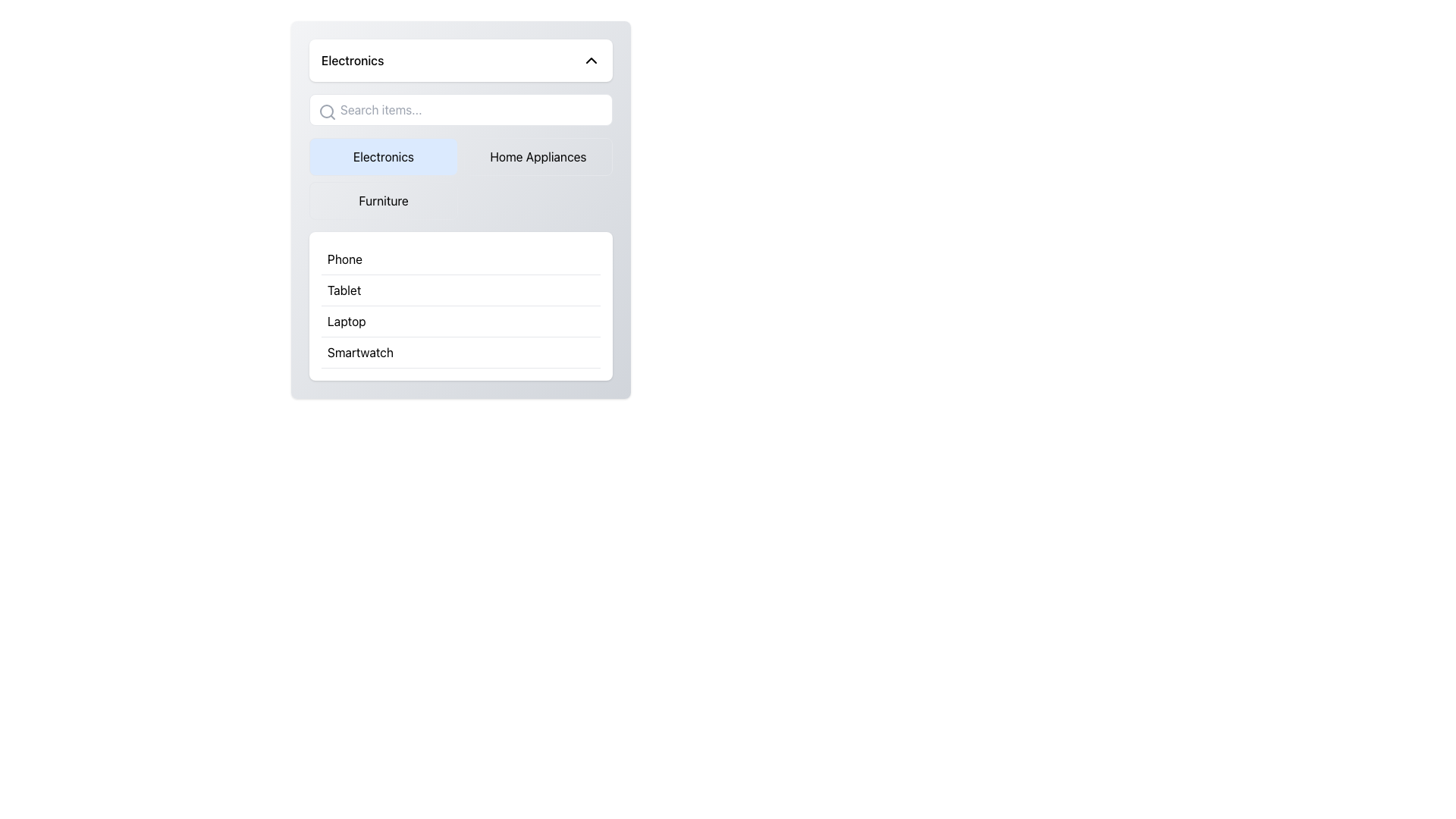  I want to click on the SVG Circle element that is part of the search icon located to the left of the text input box labeled 'Search items...', so click(326, 110).